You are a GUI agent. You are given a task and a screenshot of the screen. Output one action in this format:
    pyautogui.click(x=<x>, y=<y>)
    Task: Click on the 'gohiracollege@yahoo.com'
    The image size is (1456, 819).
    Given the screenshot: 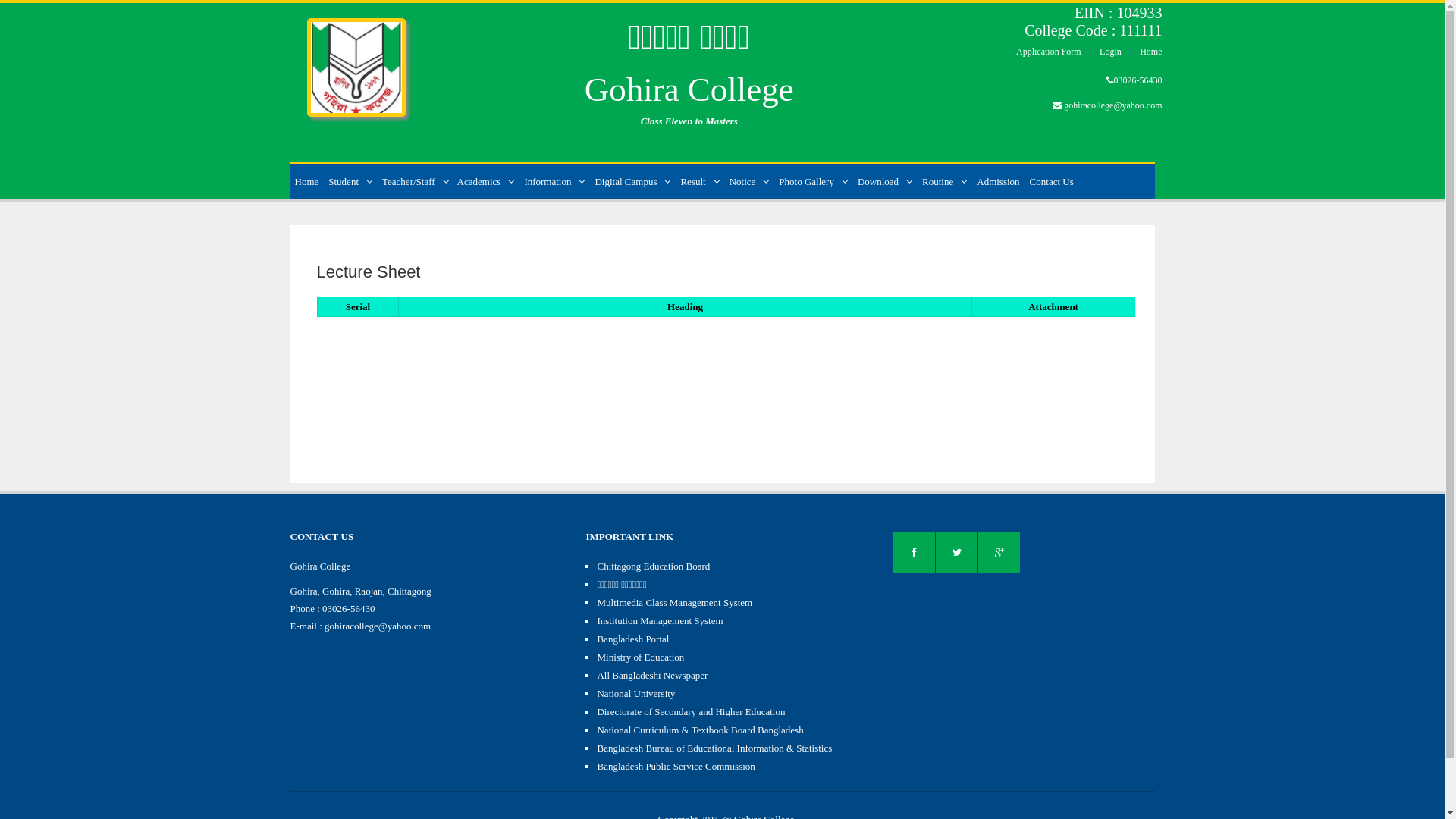 What is the action you would take?
    pyautogui.click(x=378, y=626)
    